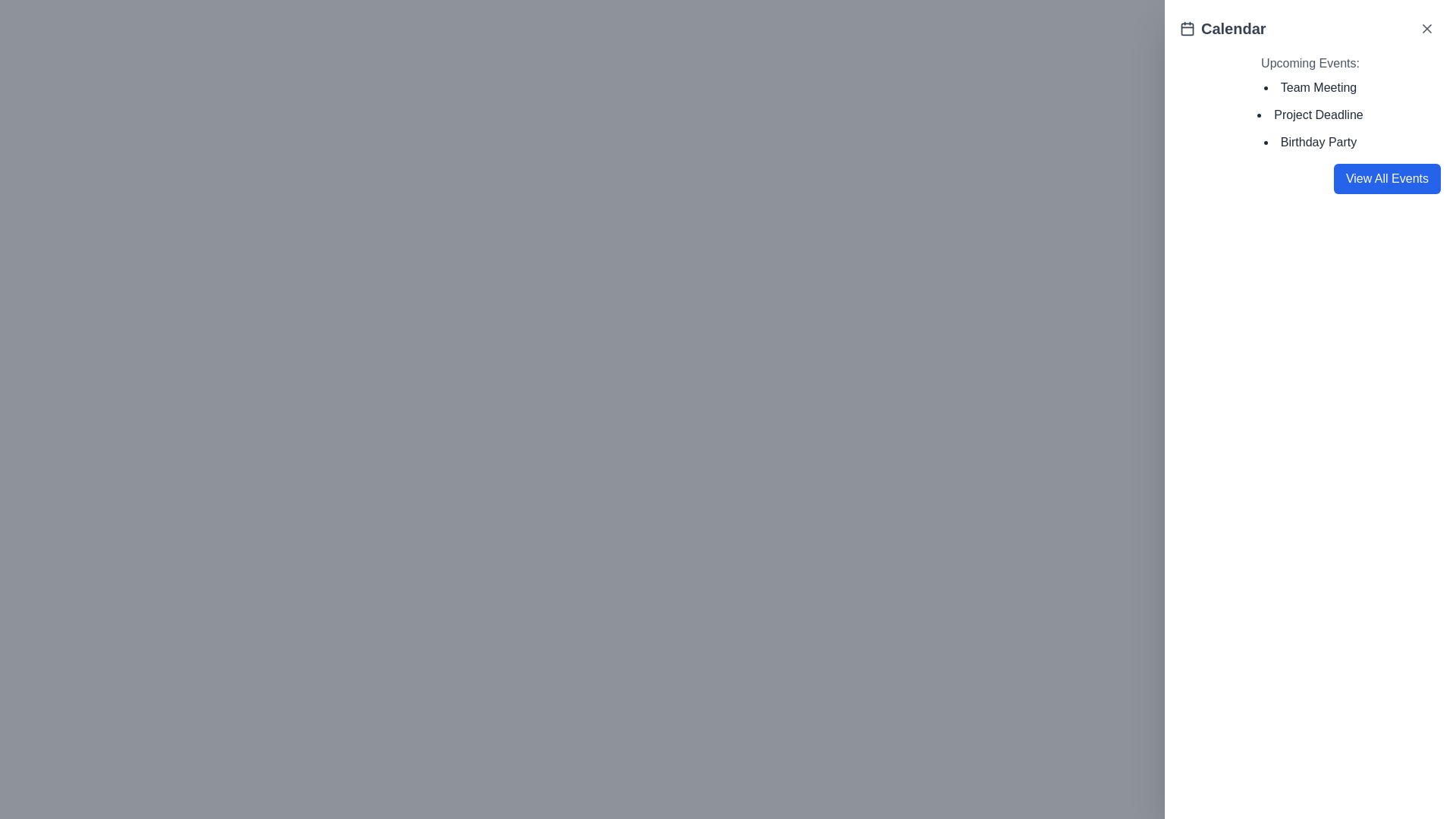 The height and width of the screenshot is (819, 1456). What do you see at coordinates (1426, 29) in the screenshot?
I see `the close button located in the upper-right corner of the Calendar section` at bounding box center [1426, 29].